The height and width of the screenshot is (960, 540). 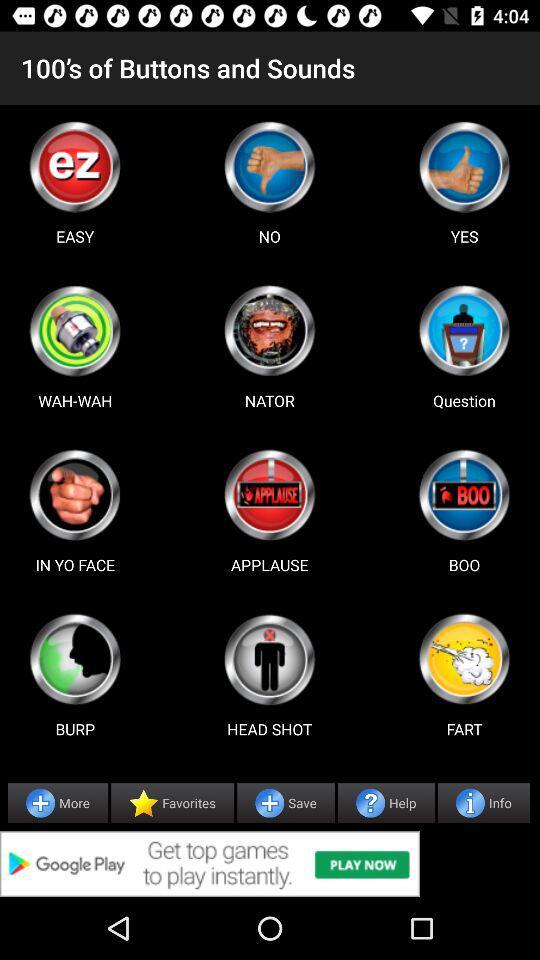 What do you see at coordinates (74, 165) in the screenshot?
I see `easy` at bounding box center [74, 165].